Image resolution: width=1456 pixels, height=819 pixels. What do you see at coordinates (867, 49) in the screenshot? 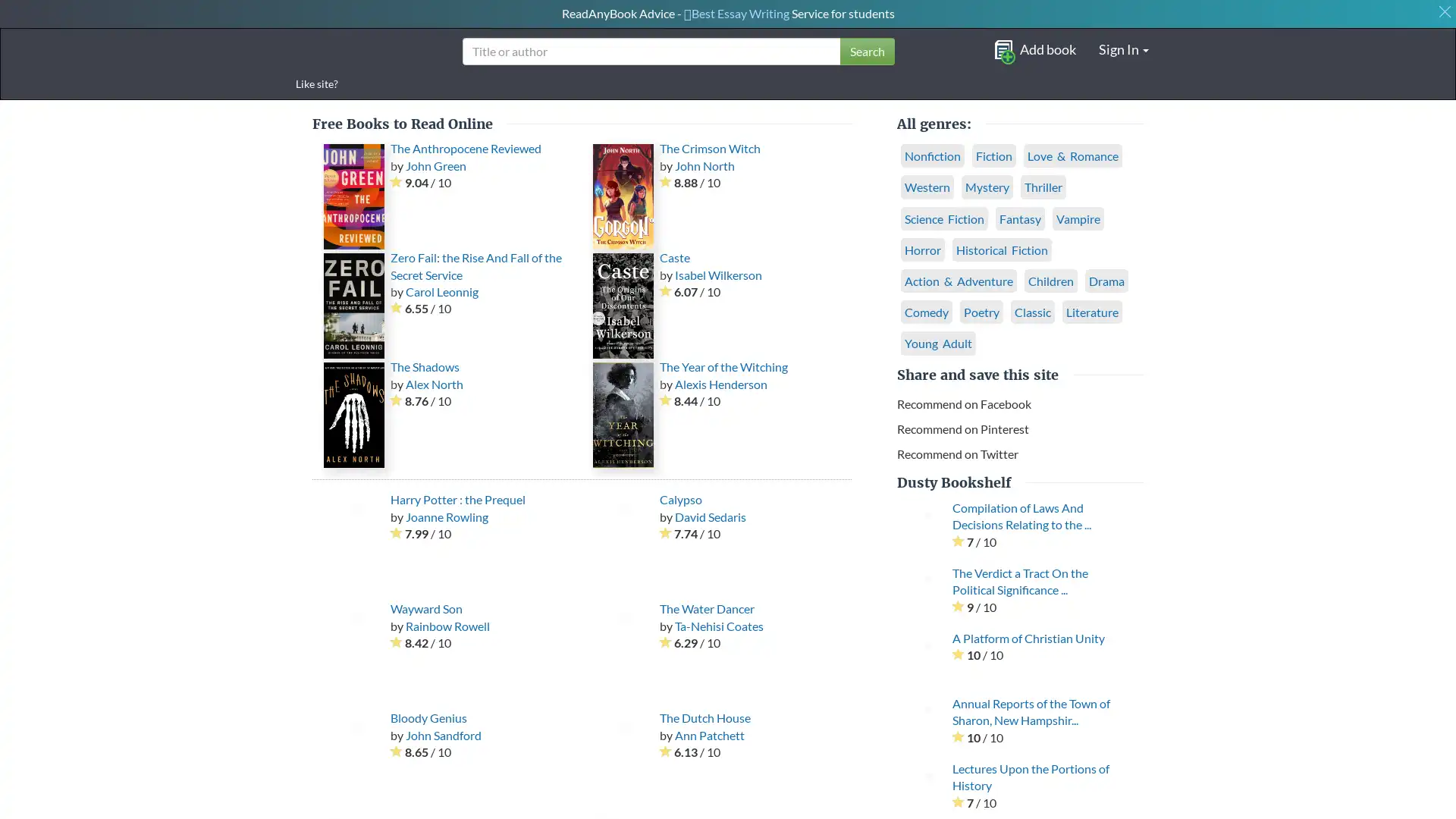
I see `Search` at bounding box center [867, 49].